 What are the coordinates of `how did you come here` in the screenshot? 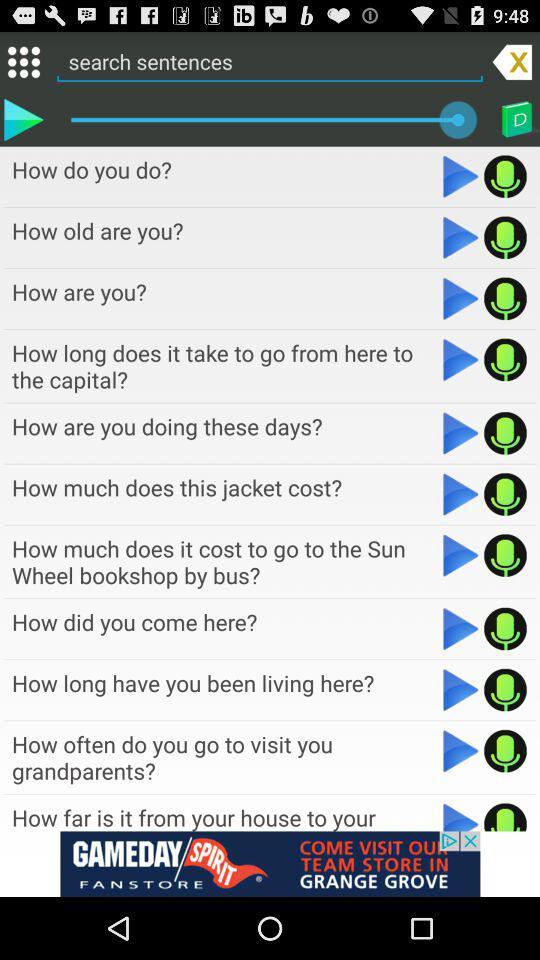 It's located at (461, 628).